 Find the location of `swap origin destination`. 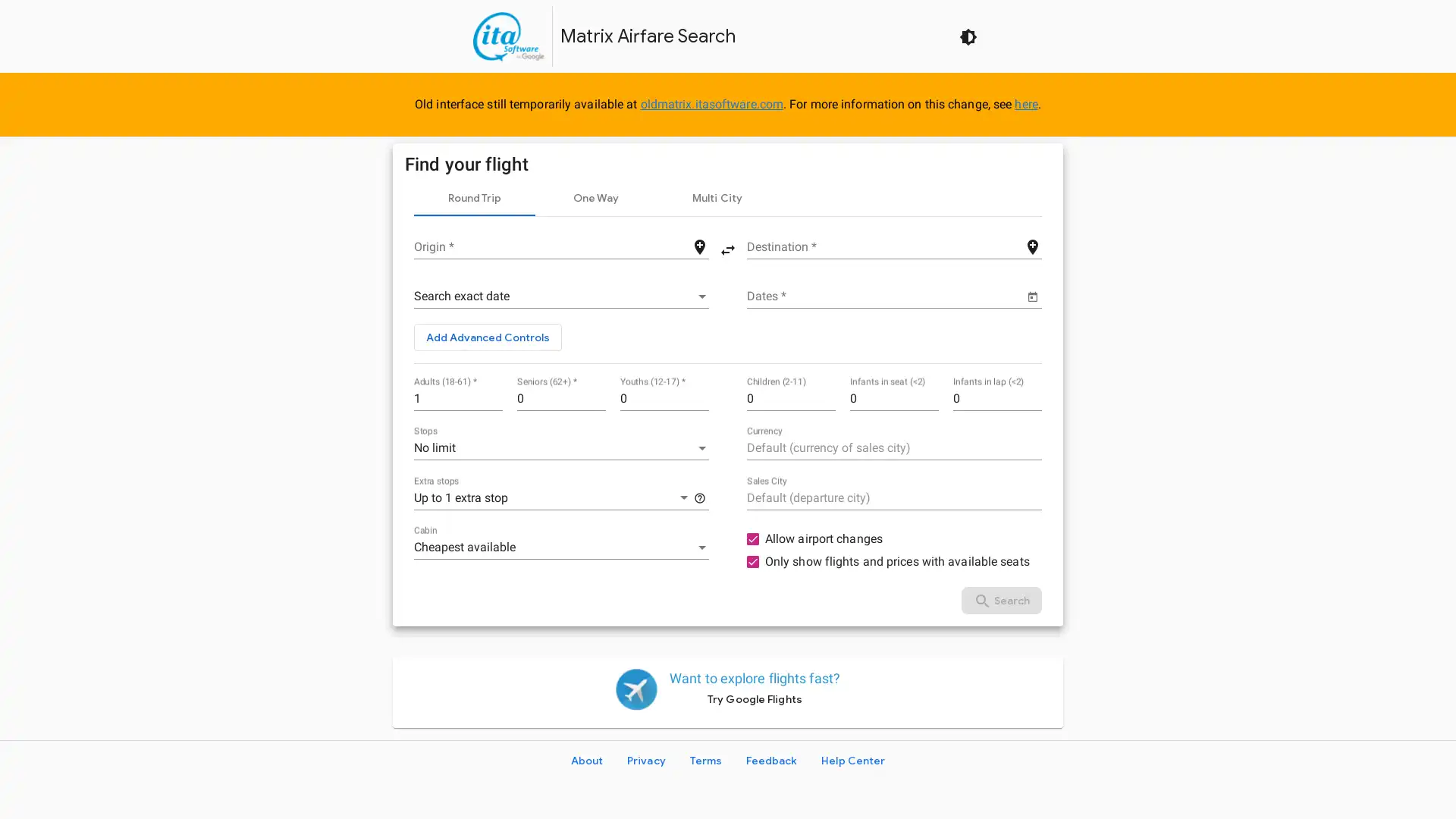

swap origin destination is located at coordinates (728, 247).